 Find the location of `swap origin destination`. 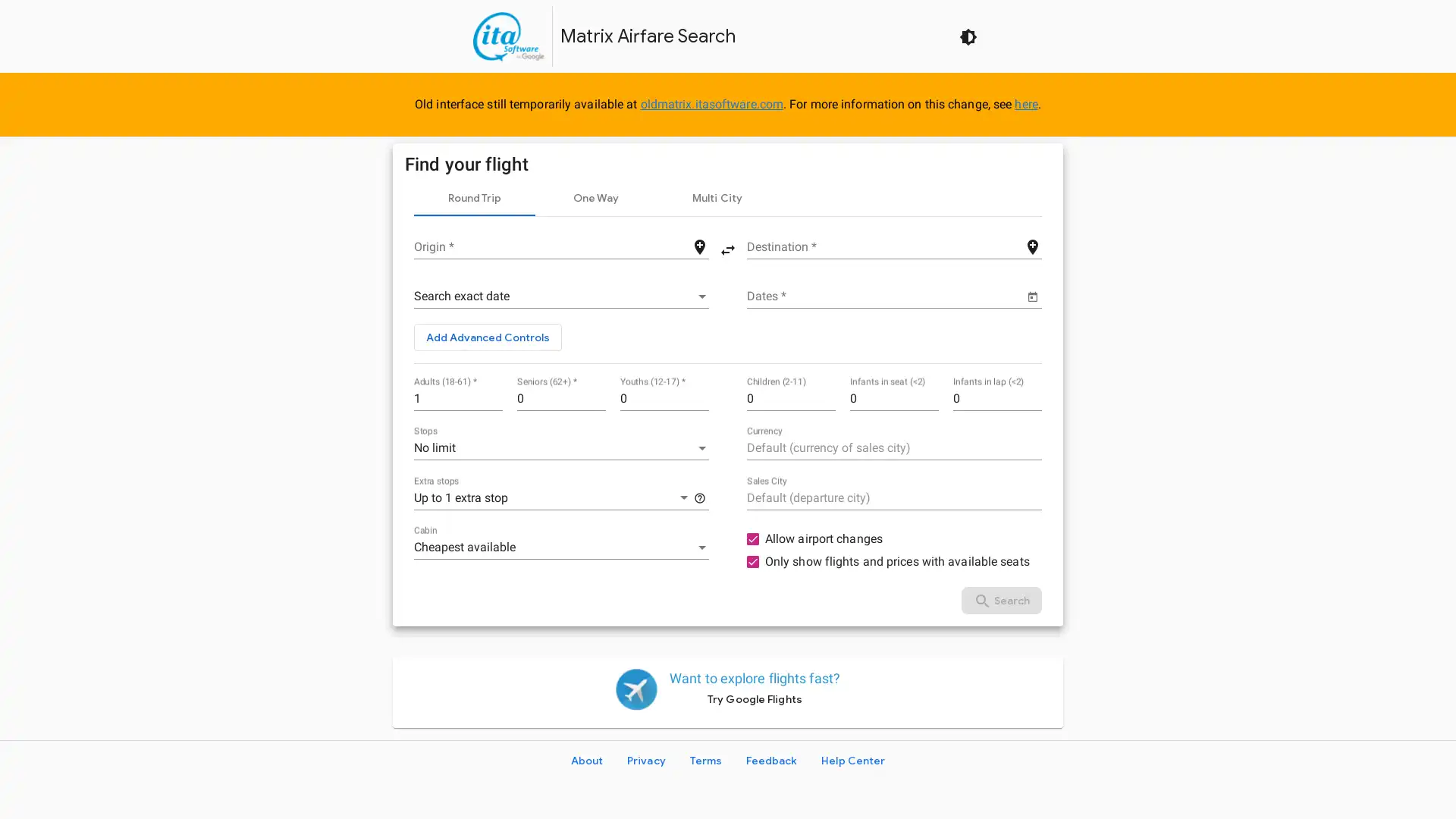

swap origin destination is located at coordinates (728, 247).